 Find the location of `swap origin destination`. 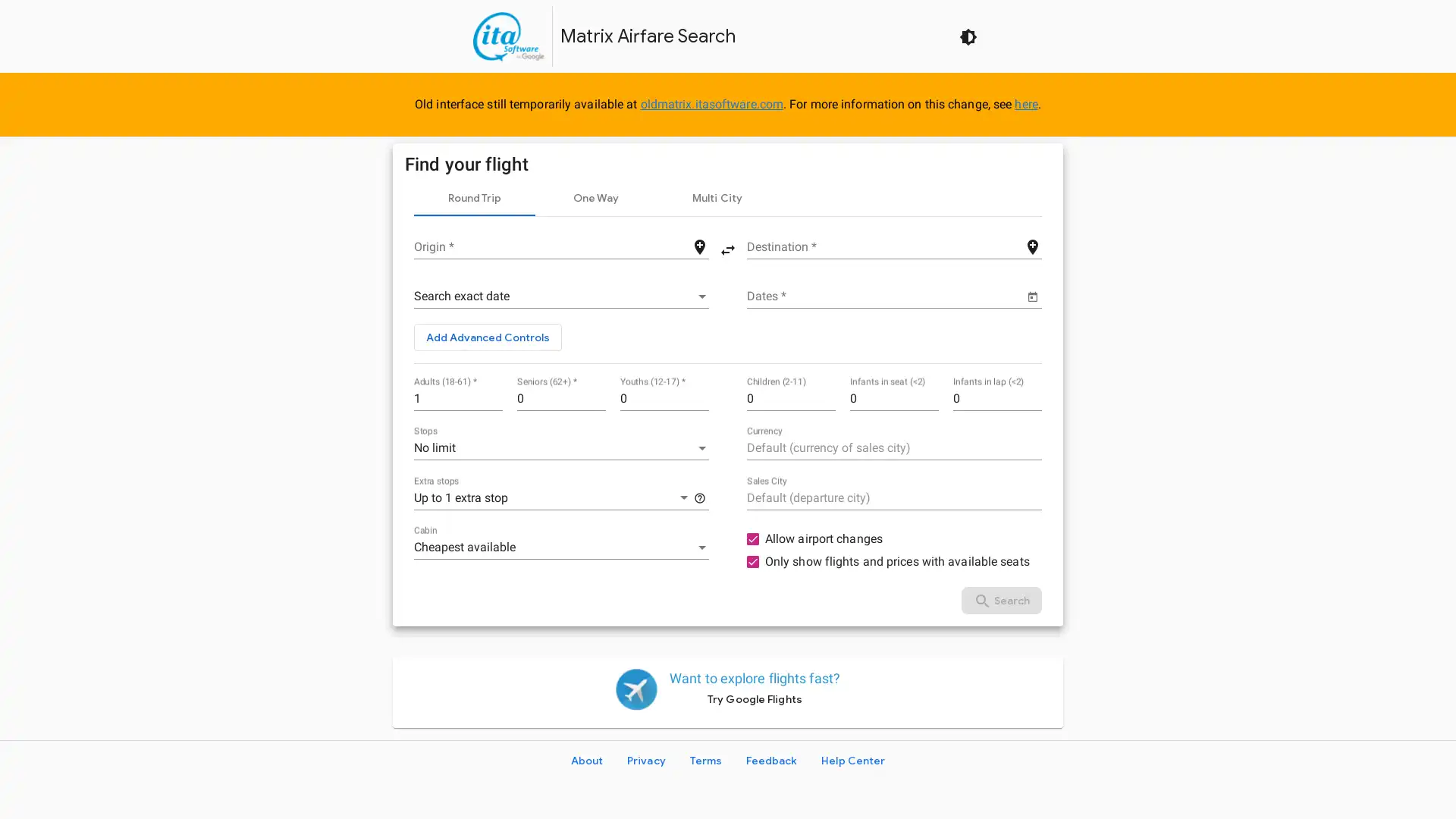

swap origin destination is located at coordinates (728, 247).